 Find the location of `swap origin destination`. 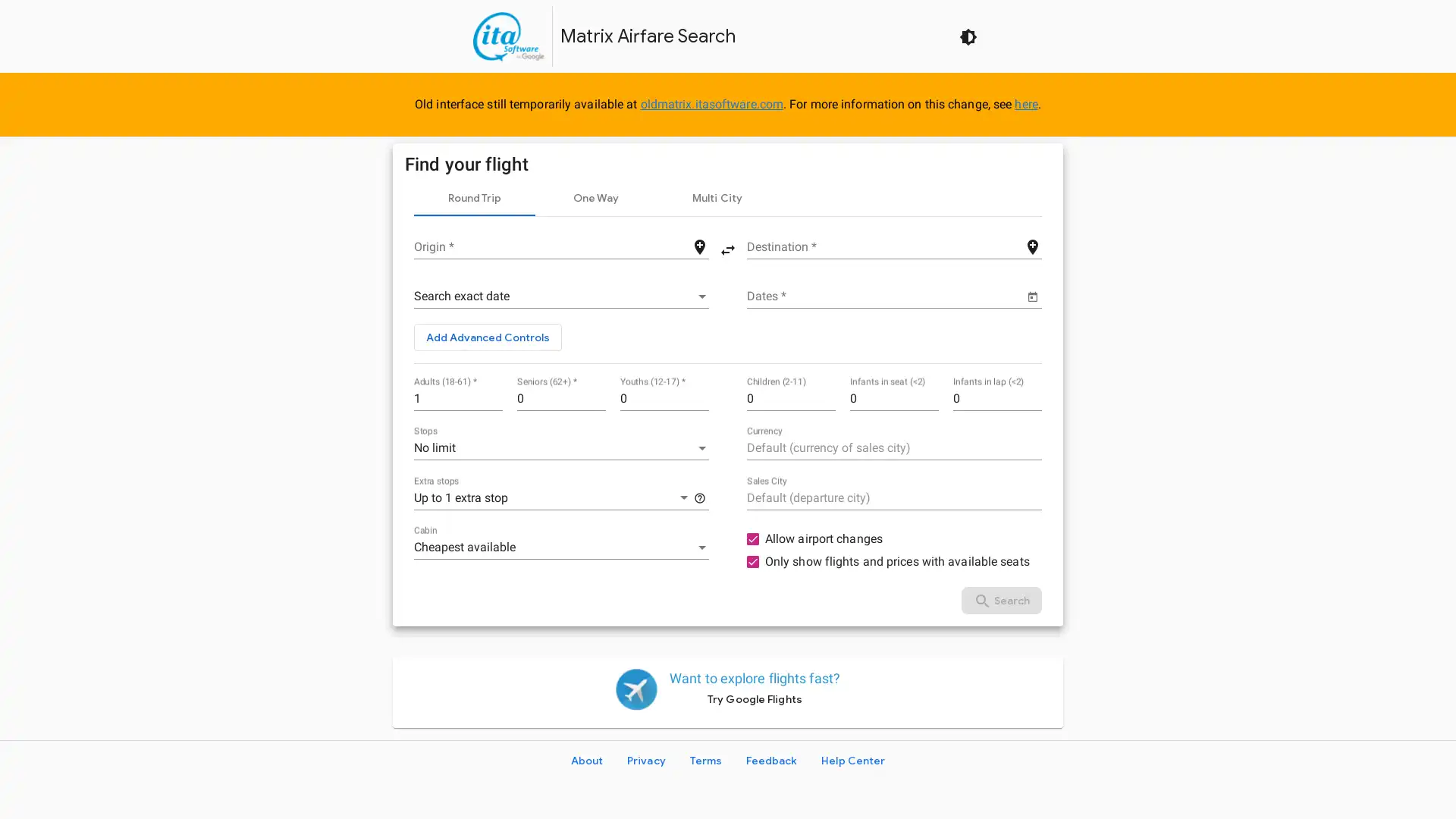

swap origin destination is located at coordinates (728, 247).